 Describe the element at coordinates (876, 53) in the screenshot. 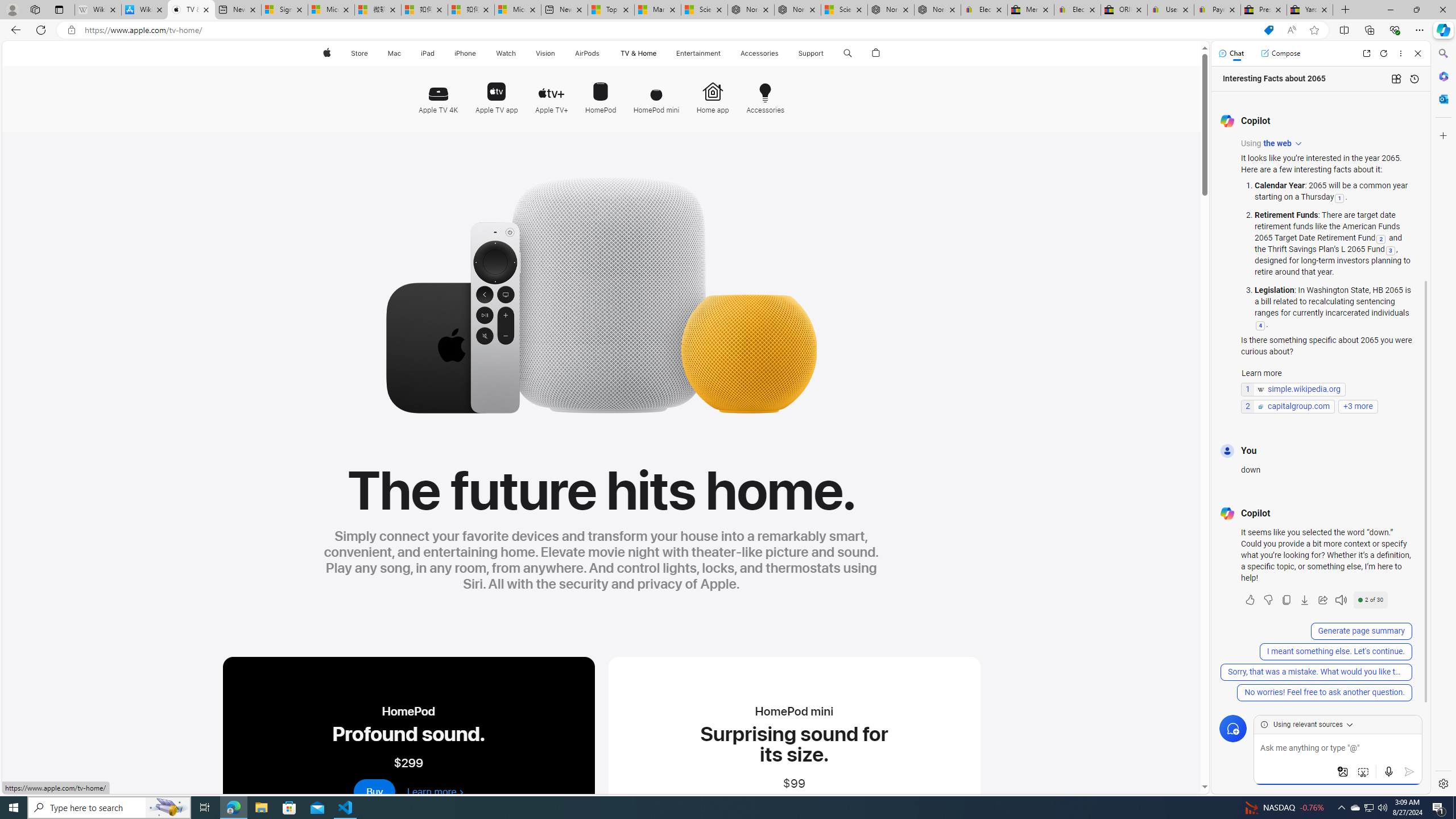

I see `'AutomationID: globalnav-bag'` at that location.